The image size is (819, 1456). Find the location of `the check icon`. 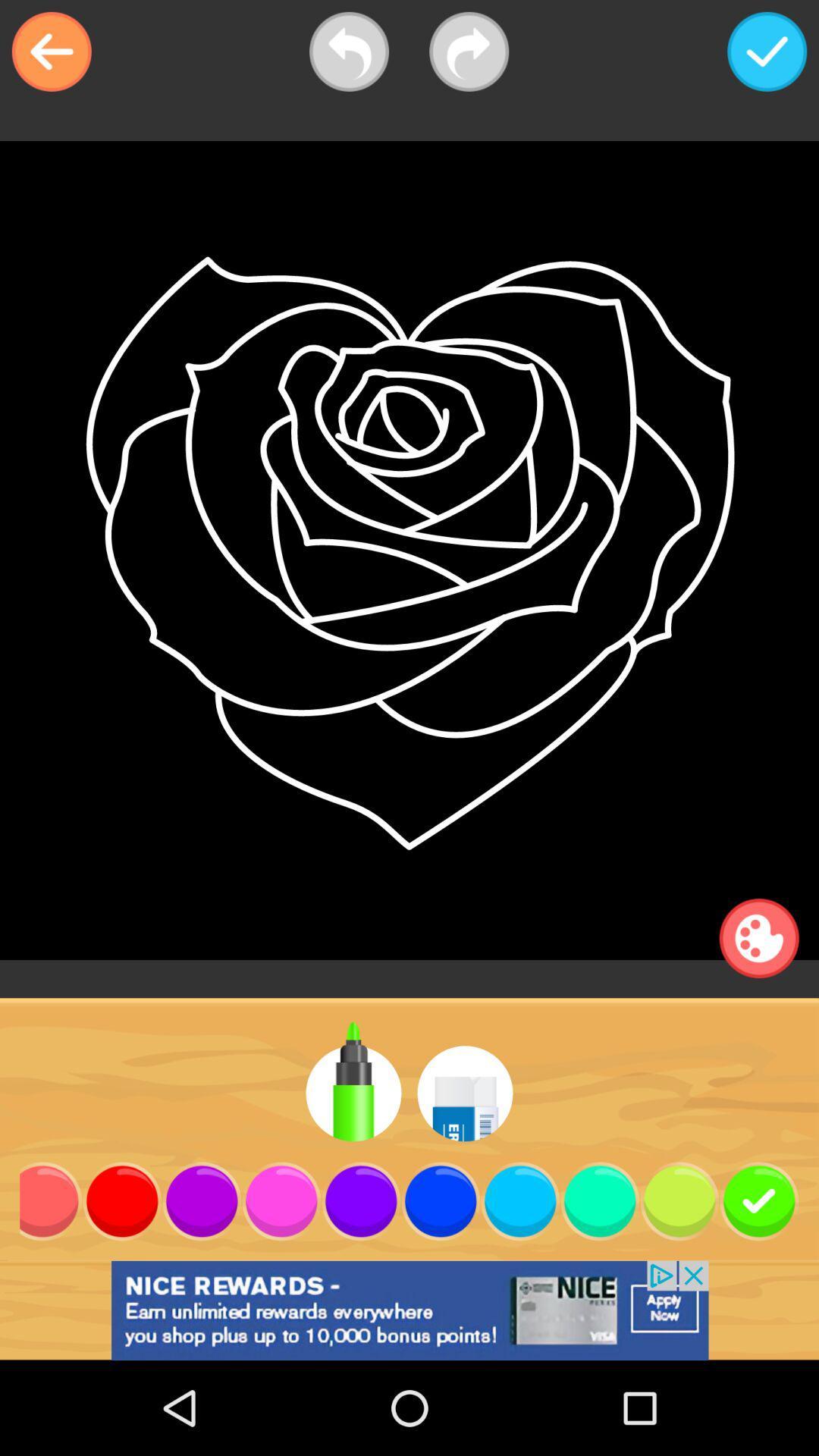

the check icon is located at coordinates (767, 52).